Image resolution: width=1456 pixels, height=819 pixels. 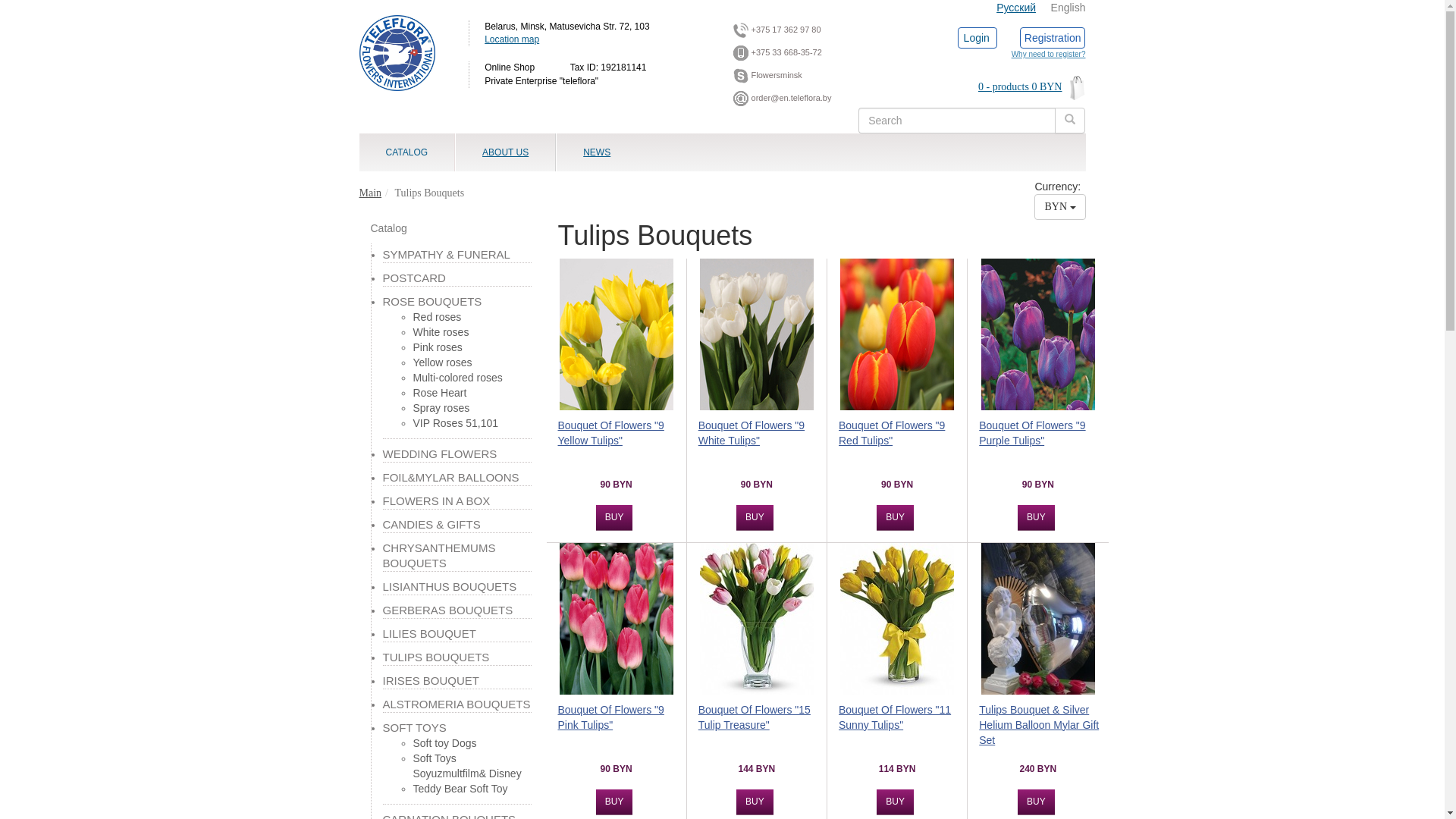 I want to click on 'Pink roses', so click(x=436, y=347).